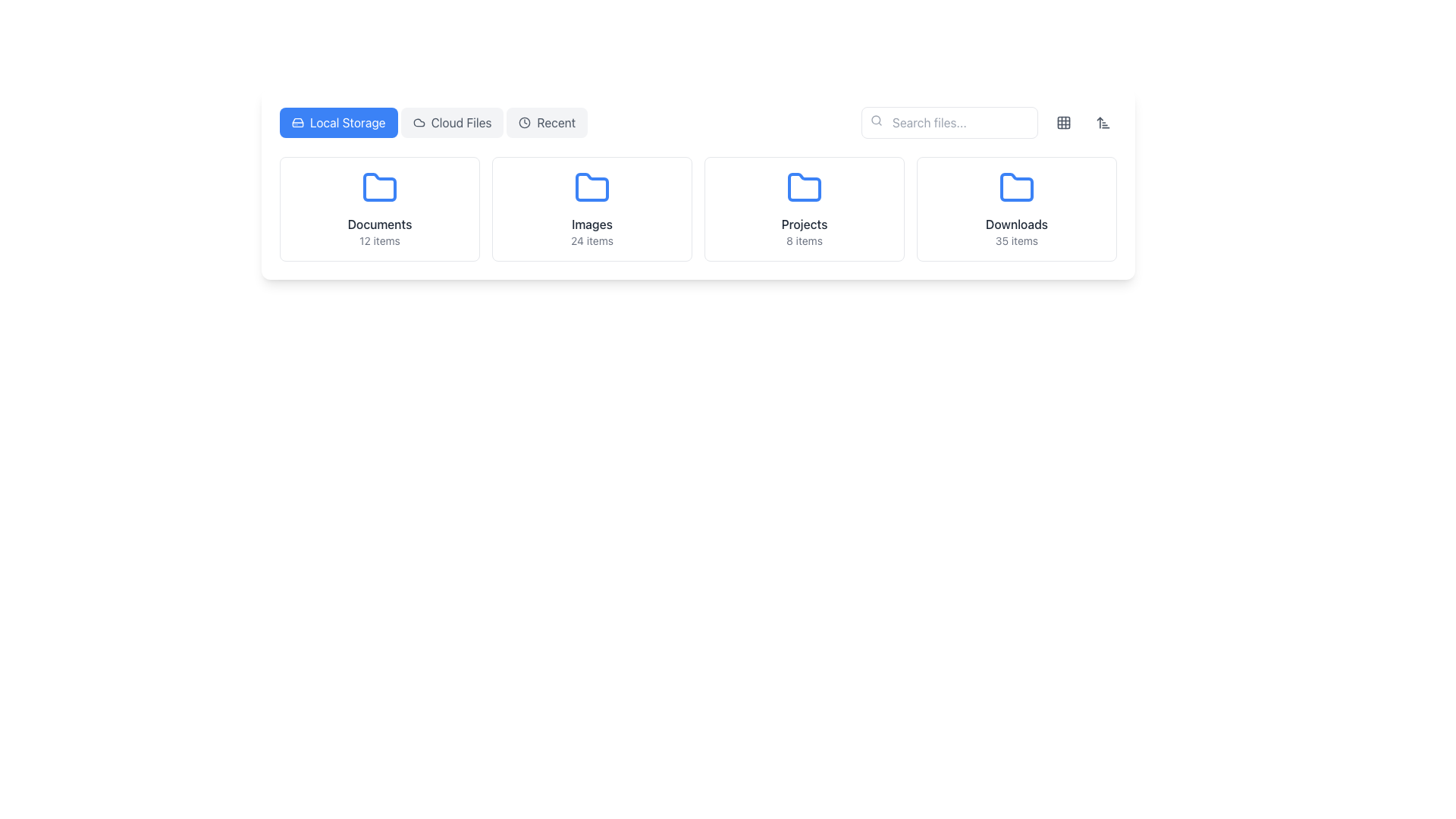  Describe the element at coordinates (433, 122) in the screenshot. I see `the 'Cloud Files' tab navigation button, which is represented by a tab with a light gray background and dark gray text, located in the middle of the tab set` at that location.